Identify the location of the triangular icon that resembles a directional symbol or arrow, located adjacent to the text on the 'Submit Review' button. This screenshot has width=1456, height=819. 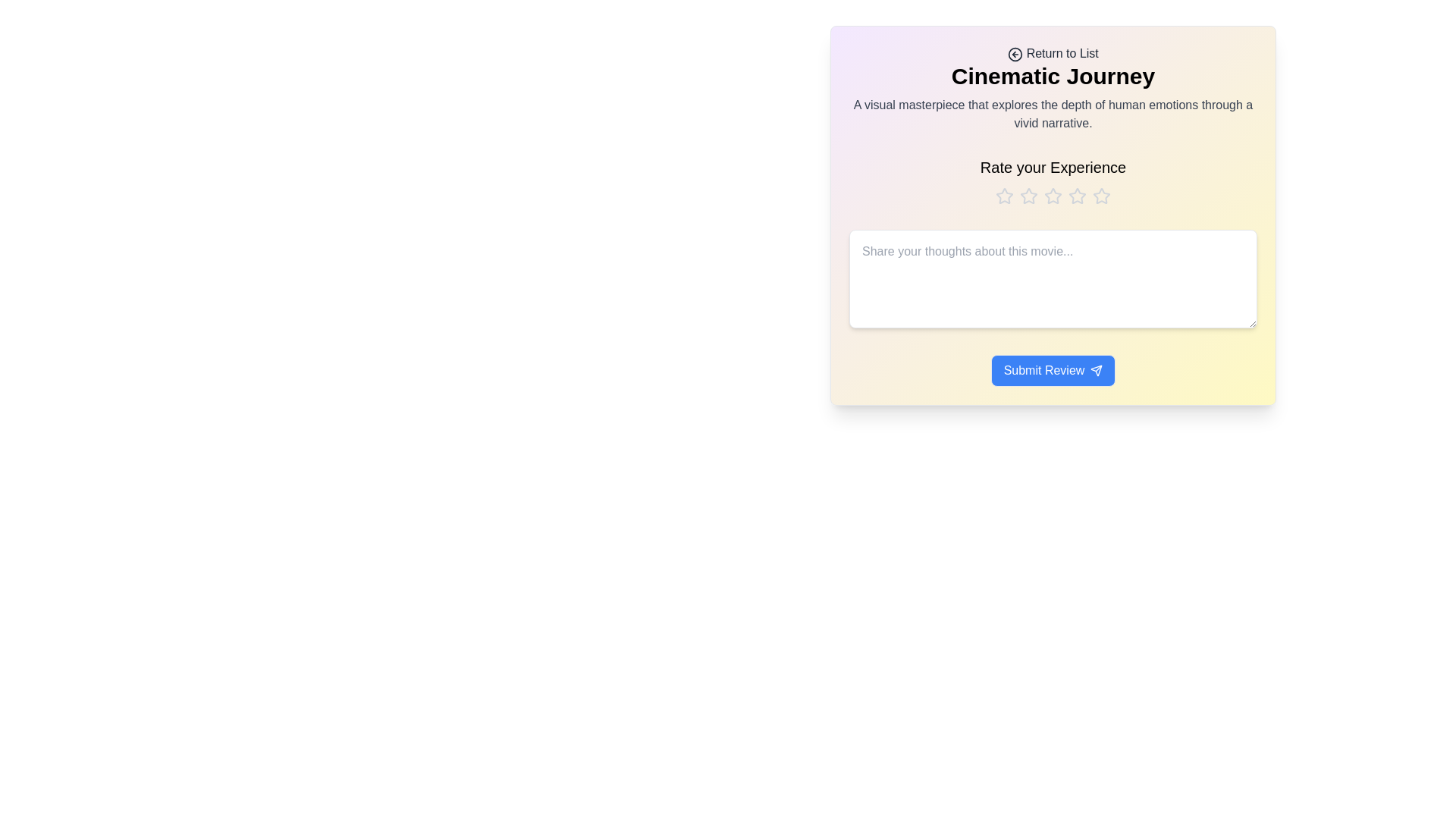
(1097, 371).